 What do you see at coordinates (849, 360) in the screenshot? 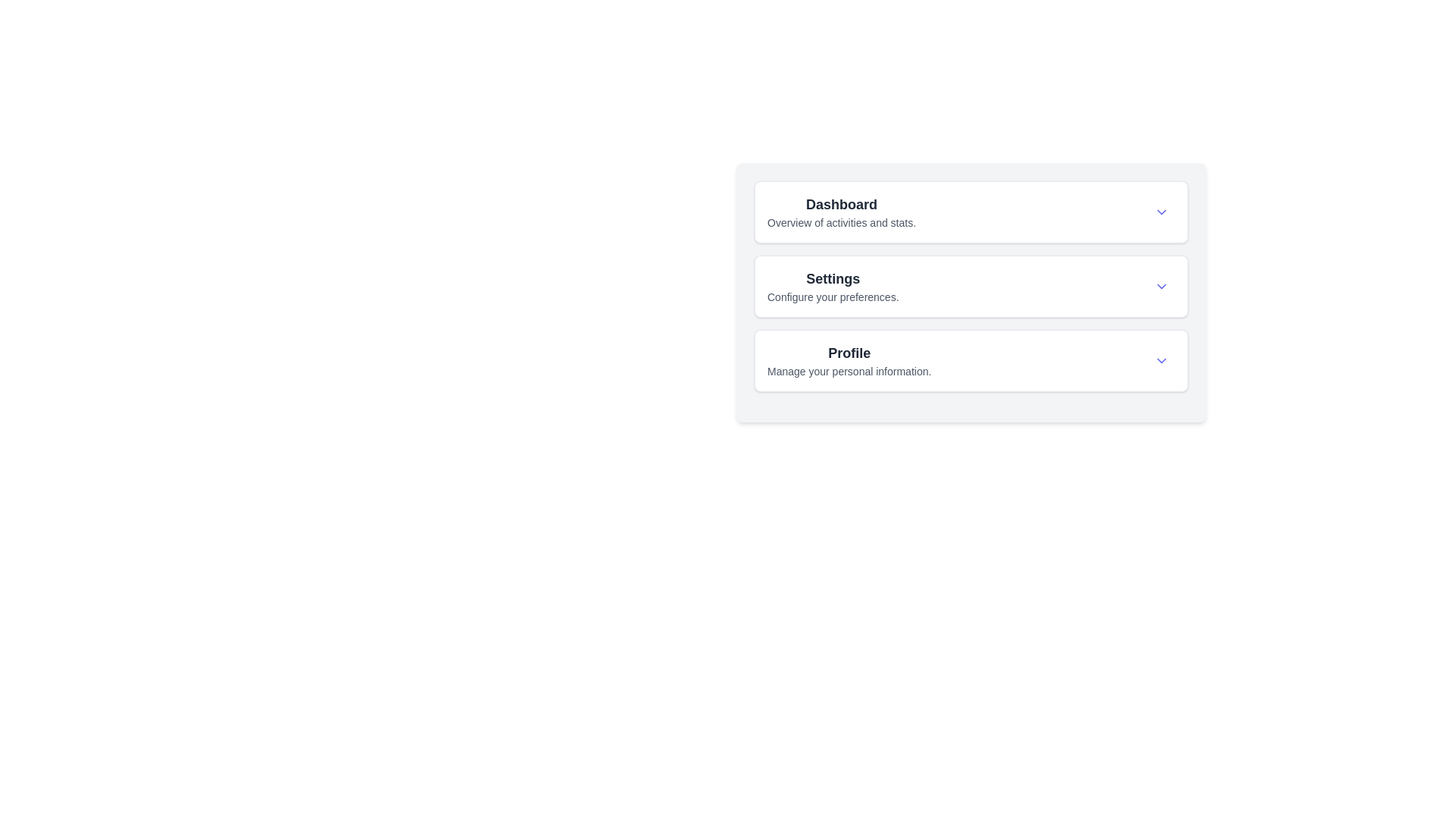
I see `the 'Profile' text label and description pair, which is the third option in the vertical list of the navigational panel, featuring bold 'Profile' text and a description below it` at bounding box center [849, 360].